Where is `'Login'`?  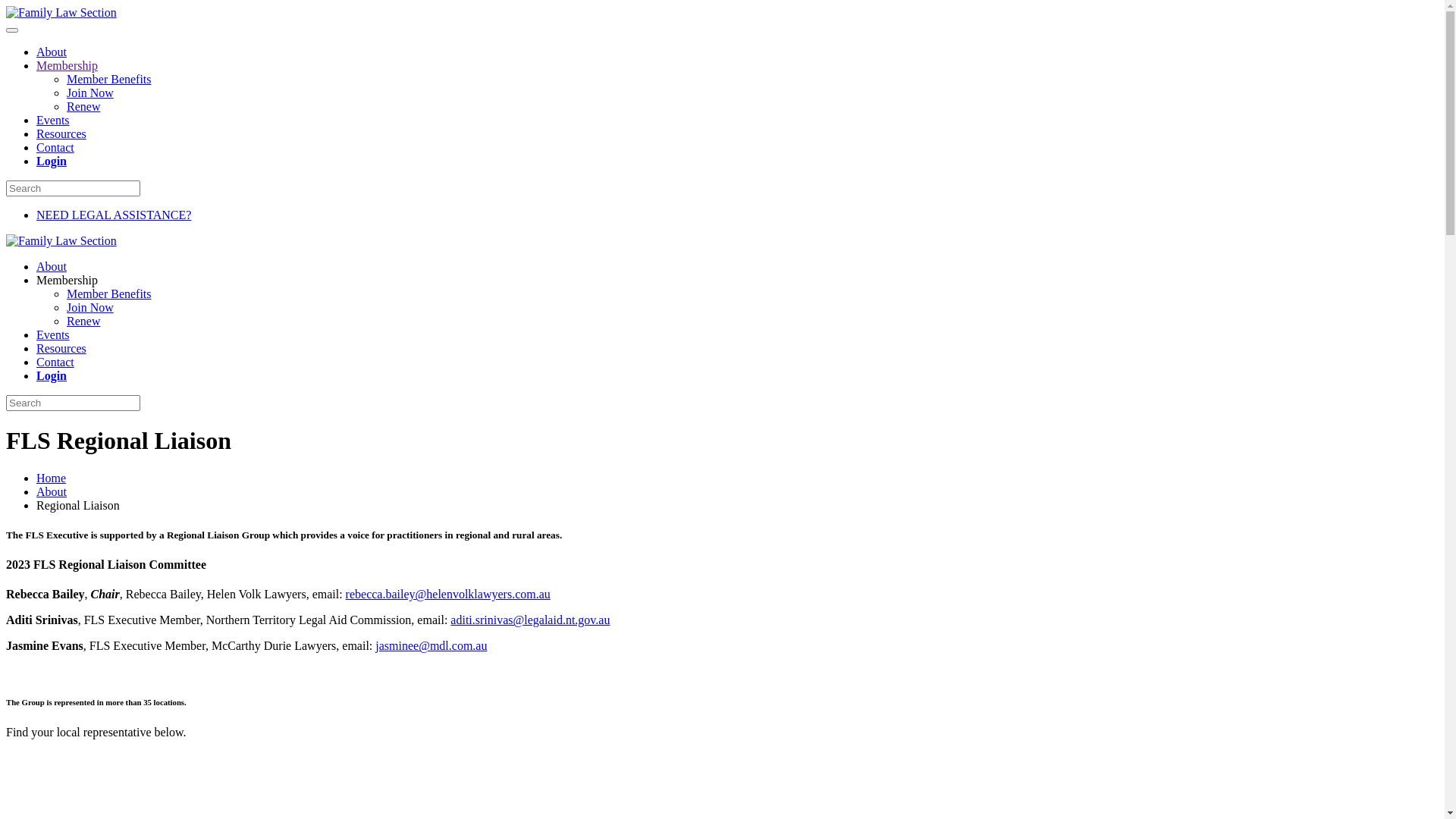
'Login' is located at coordinates (51, 161).